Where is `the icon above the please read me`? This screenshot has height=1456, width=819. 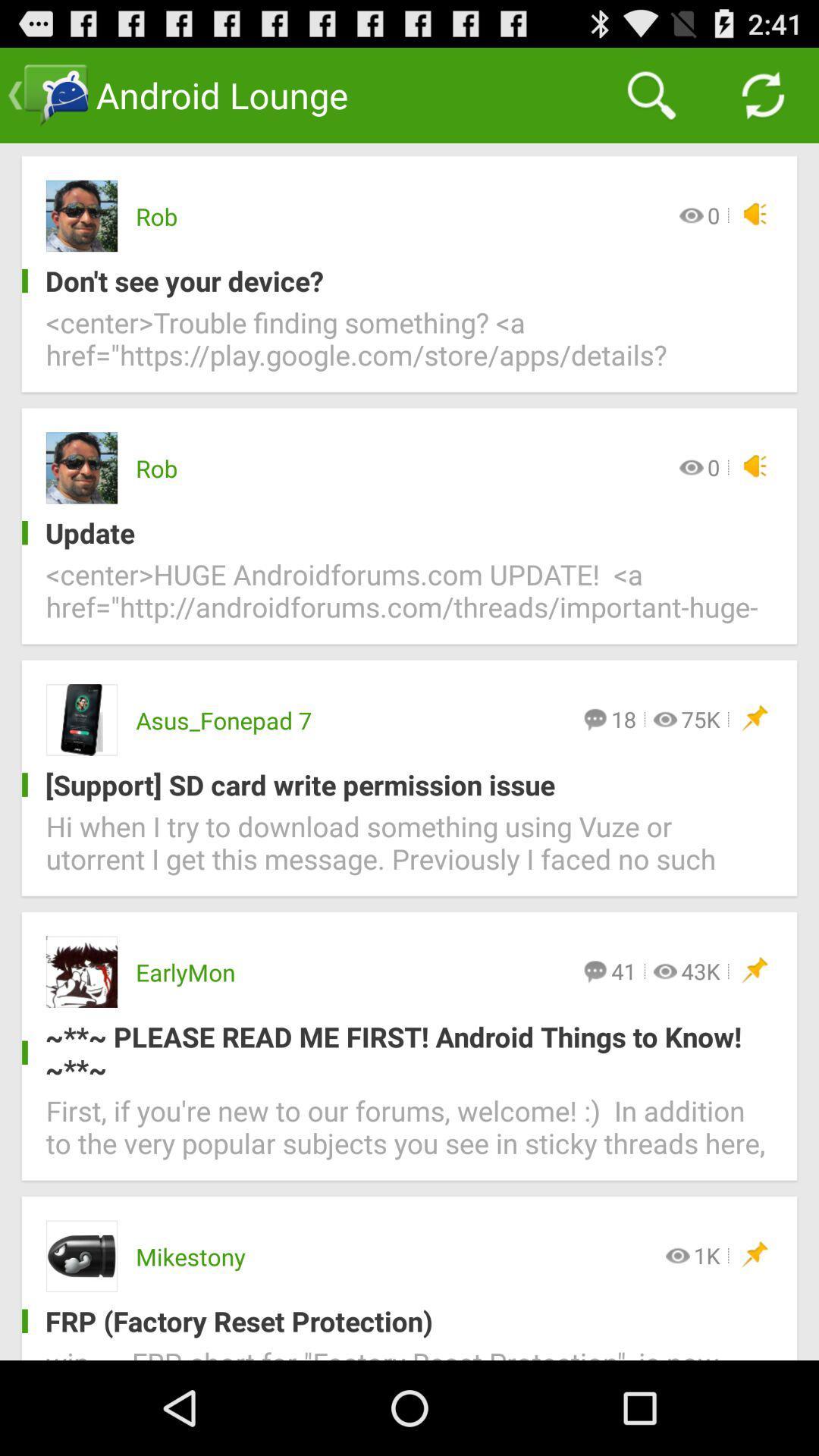 the icon above the please read me is located at coordinates (701, 971).